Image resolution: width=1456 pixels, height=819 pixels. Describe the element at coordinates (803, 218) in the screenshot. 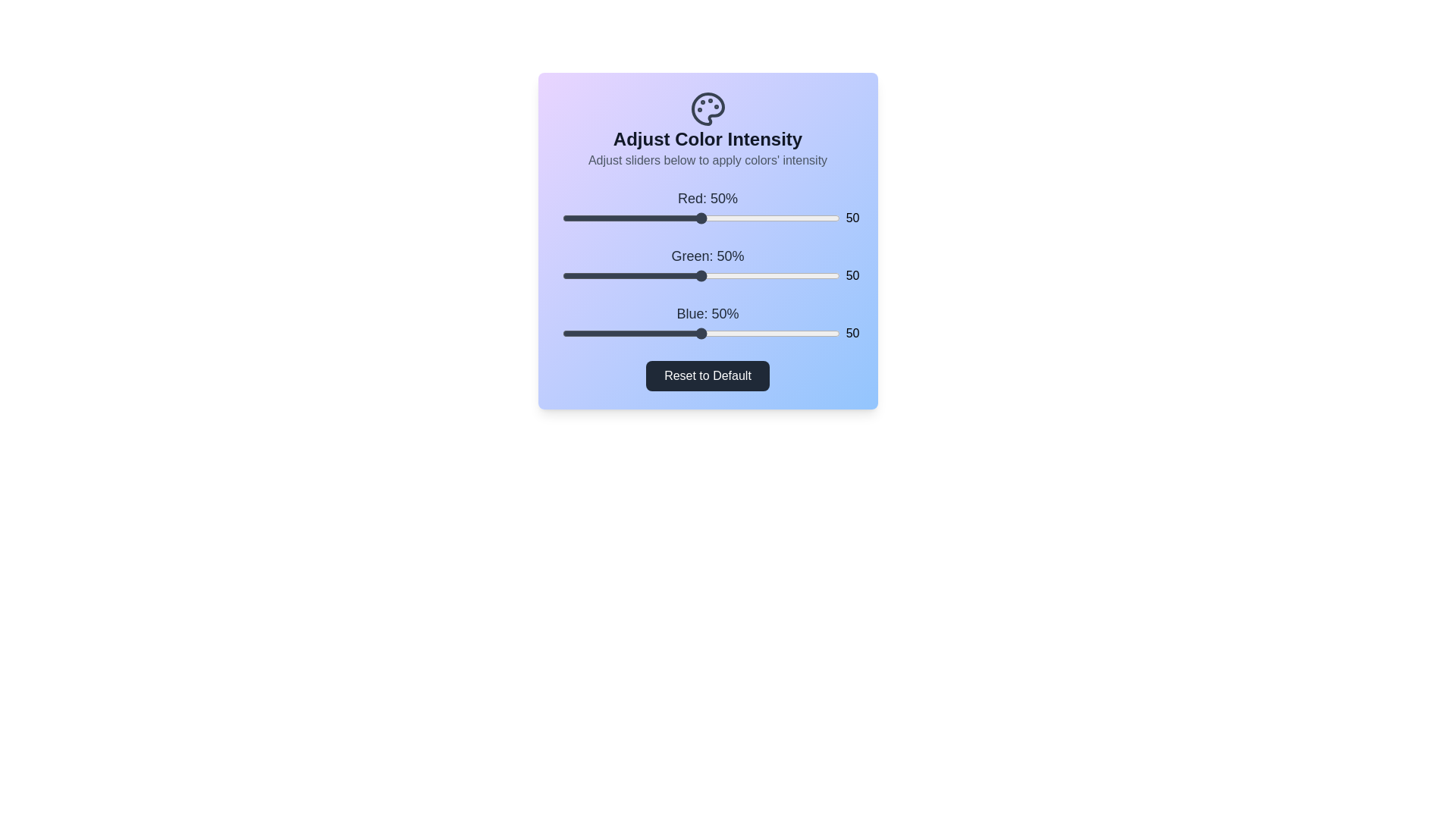

I see `the 0 slider to 87%` at that location.